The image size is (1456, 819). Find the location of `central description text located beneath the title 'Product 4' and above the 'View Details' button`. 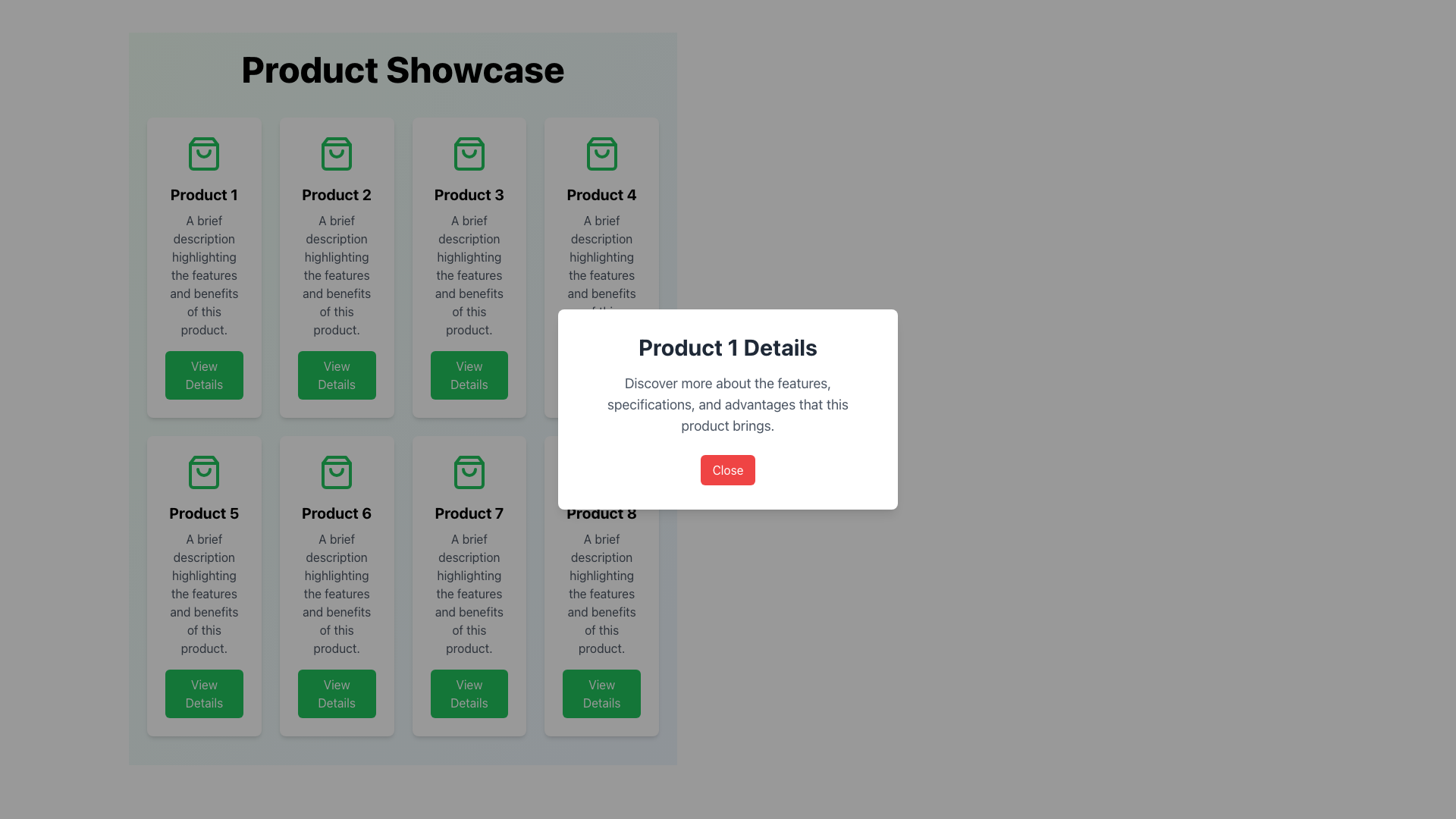

central description text located beneath the title 'Product 4' and above the 'View Details' button is located at coordinates (601, 275).